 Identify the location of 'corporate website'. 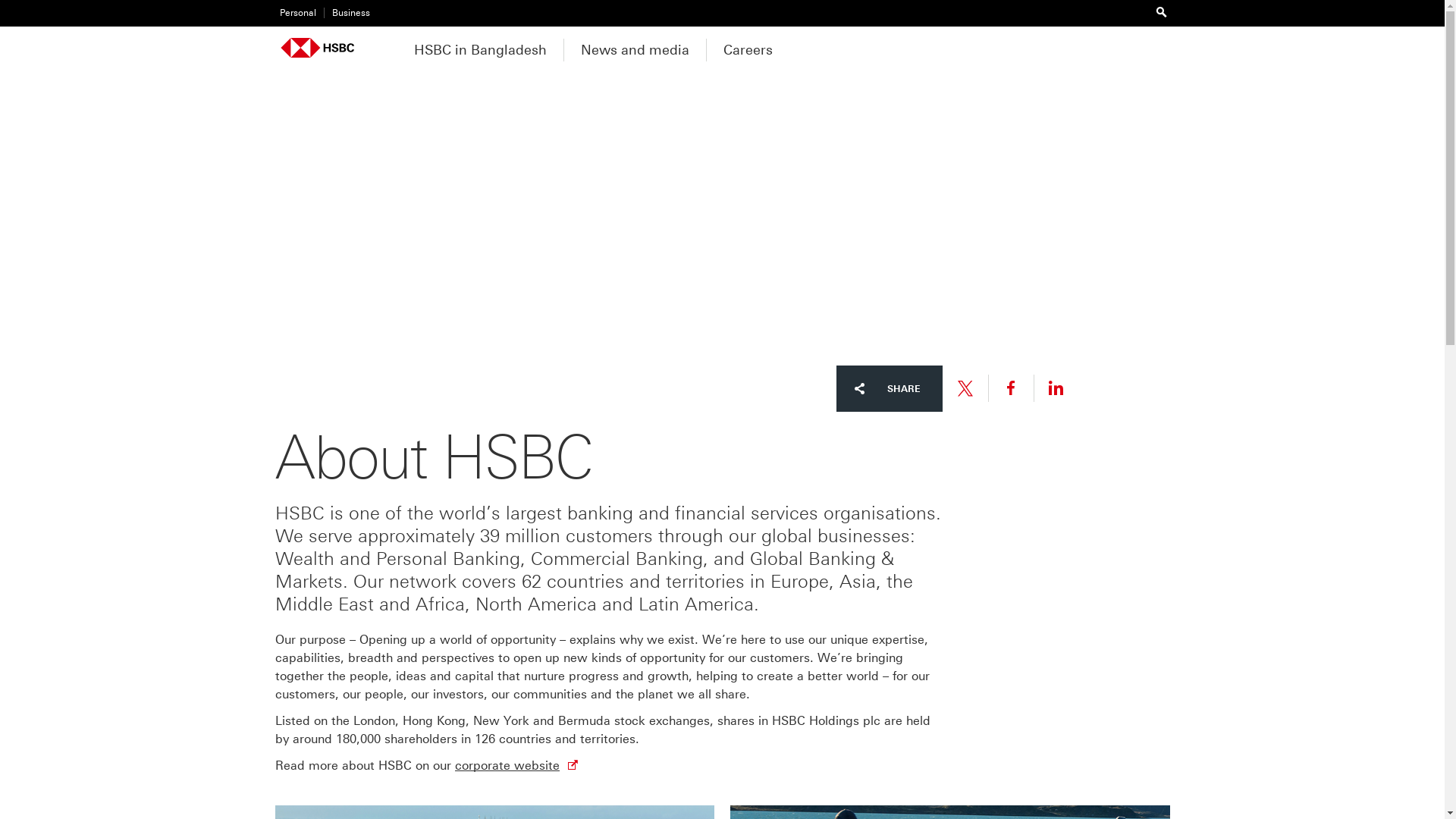
(454, 765).